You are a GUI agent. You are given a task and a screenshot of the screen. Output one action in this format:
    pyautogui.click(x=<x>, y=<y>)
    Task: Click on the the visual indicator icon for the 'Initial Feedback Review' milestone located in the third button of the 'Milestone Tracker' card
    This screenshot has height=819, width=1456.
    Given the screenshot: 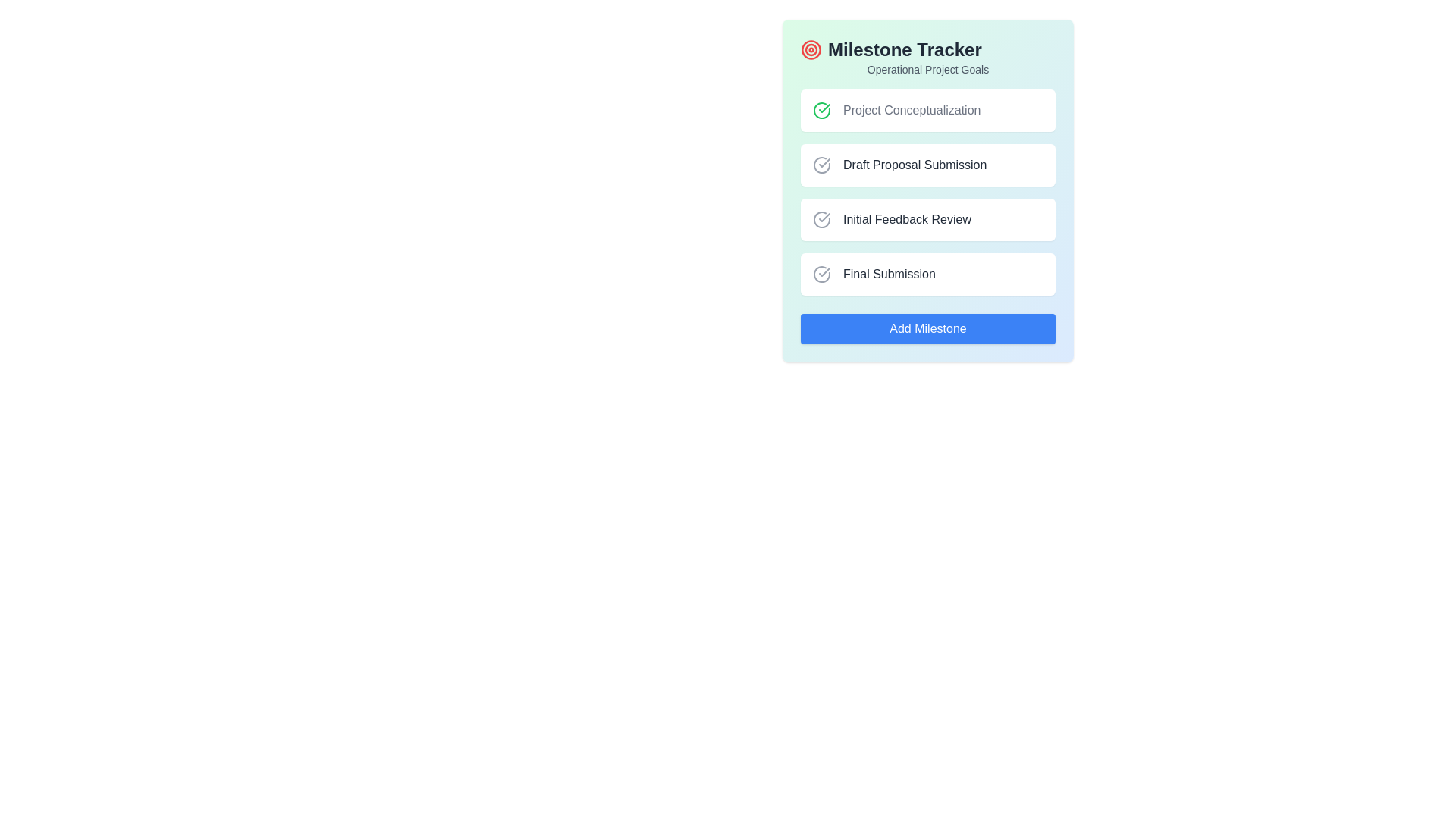 What is the action you would take?
    pyautogui.click(x=821, y=219)
    